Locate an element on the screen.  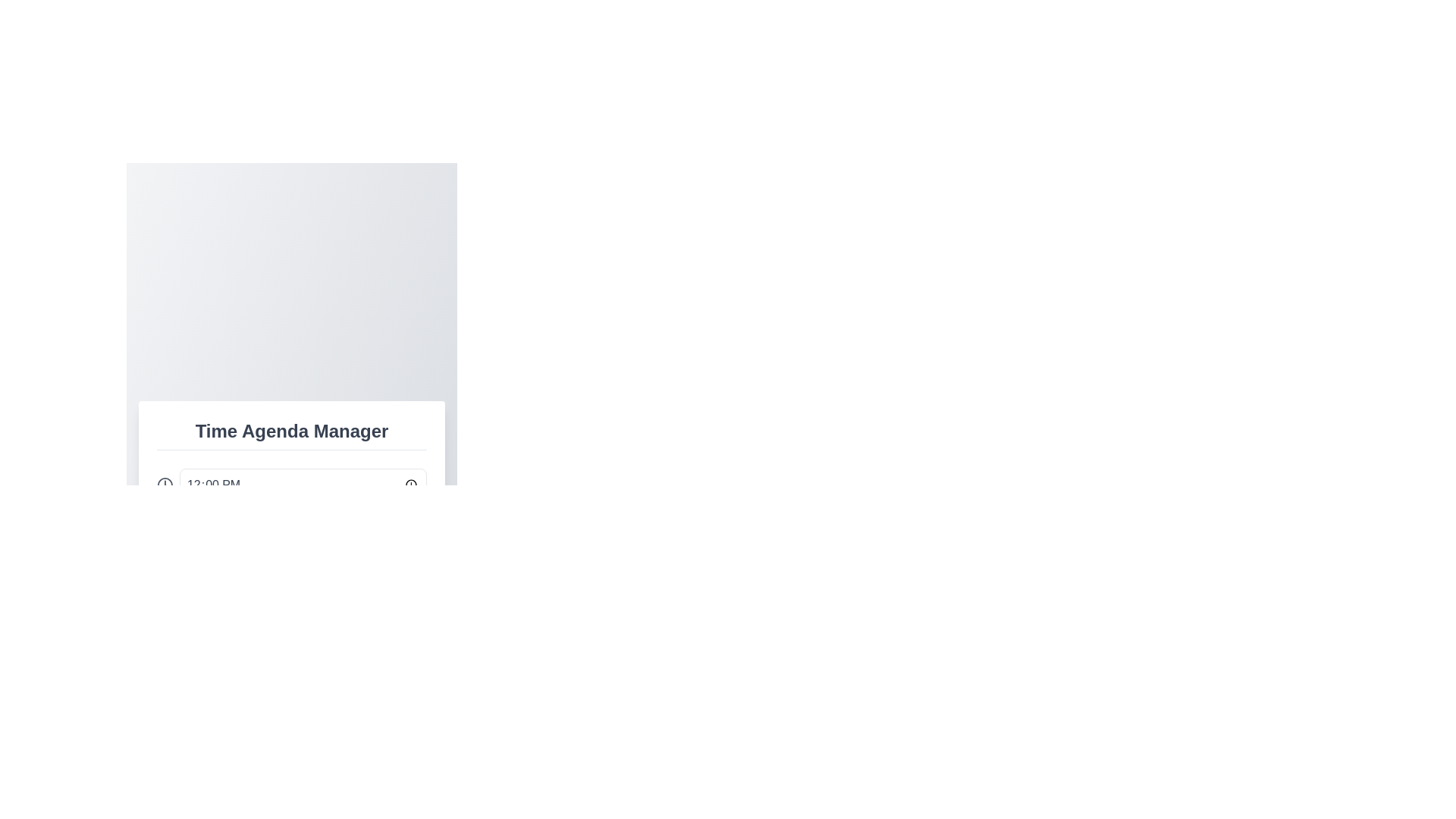
the clock icon, which is a grayish circular icon with two hands, located at the leftmost part of a horizontal group before a time input field is located at coordinates (165, 485).